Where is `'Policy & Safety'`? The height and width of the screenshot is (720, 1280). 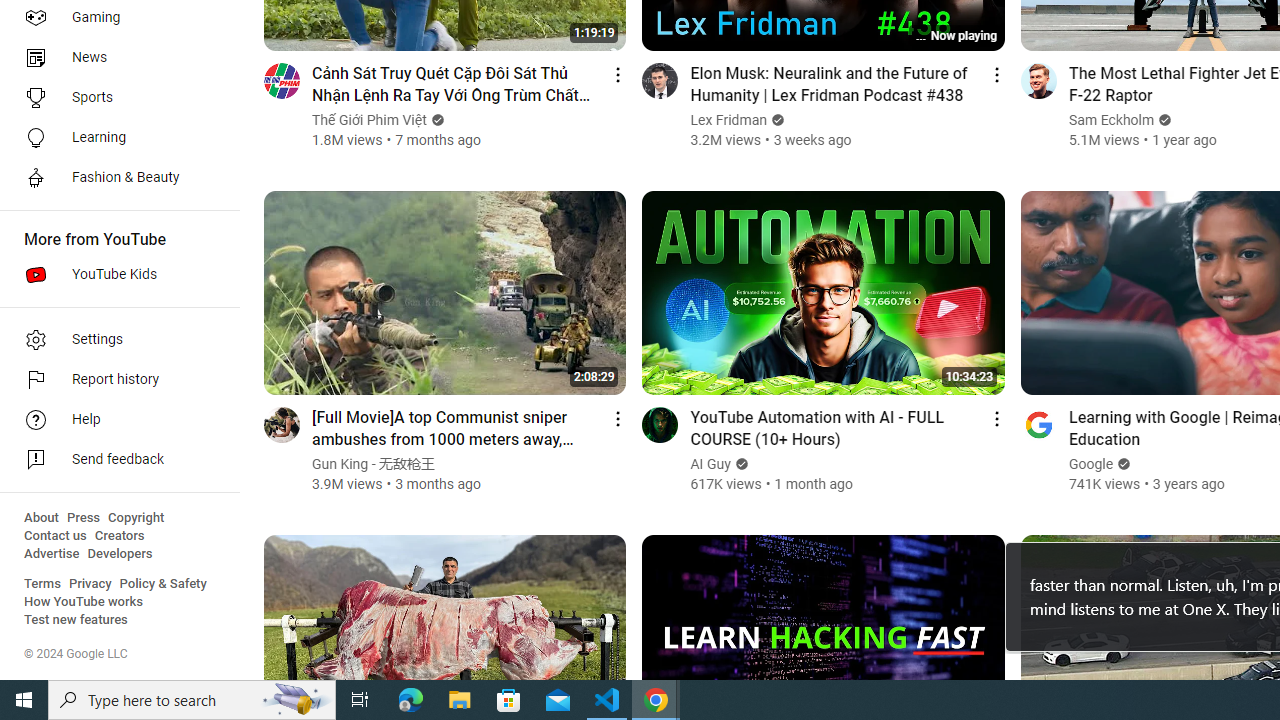
'Policy & Safety' is located at coordinates (163, 584).